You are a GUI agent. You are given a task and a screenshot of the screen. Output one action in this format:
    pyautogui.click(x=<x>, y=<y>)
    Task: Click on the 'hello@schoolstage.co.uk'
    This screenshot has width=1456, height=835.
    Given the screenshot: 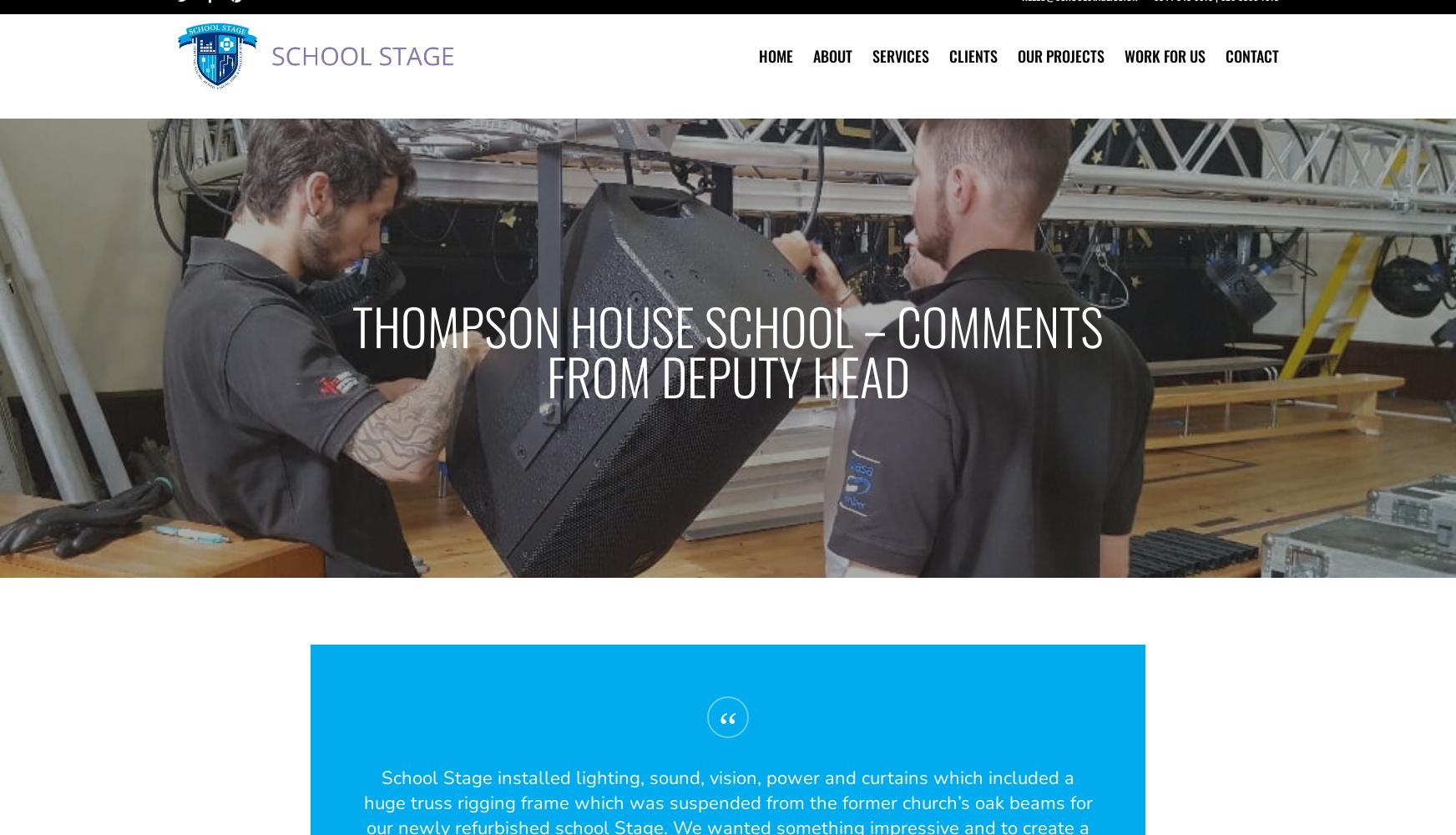 What is the action you would take?
    pyautogui.click(x=1079, y=17)
    